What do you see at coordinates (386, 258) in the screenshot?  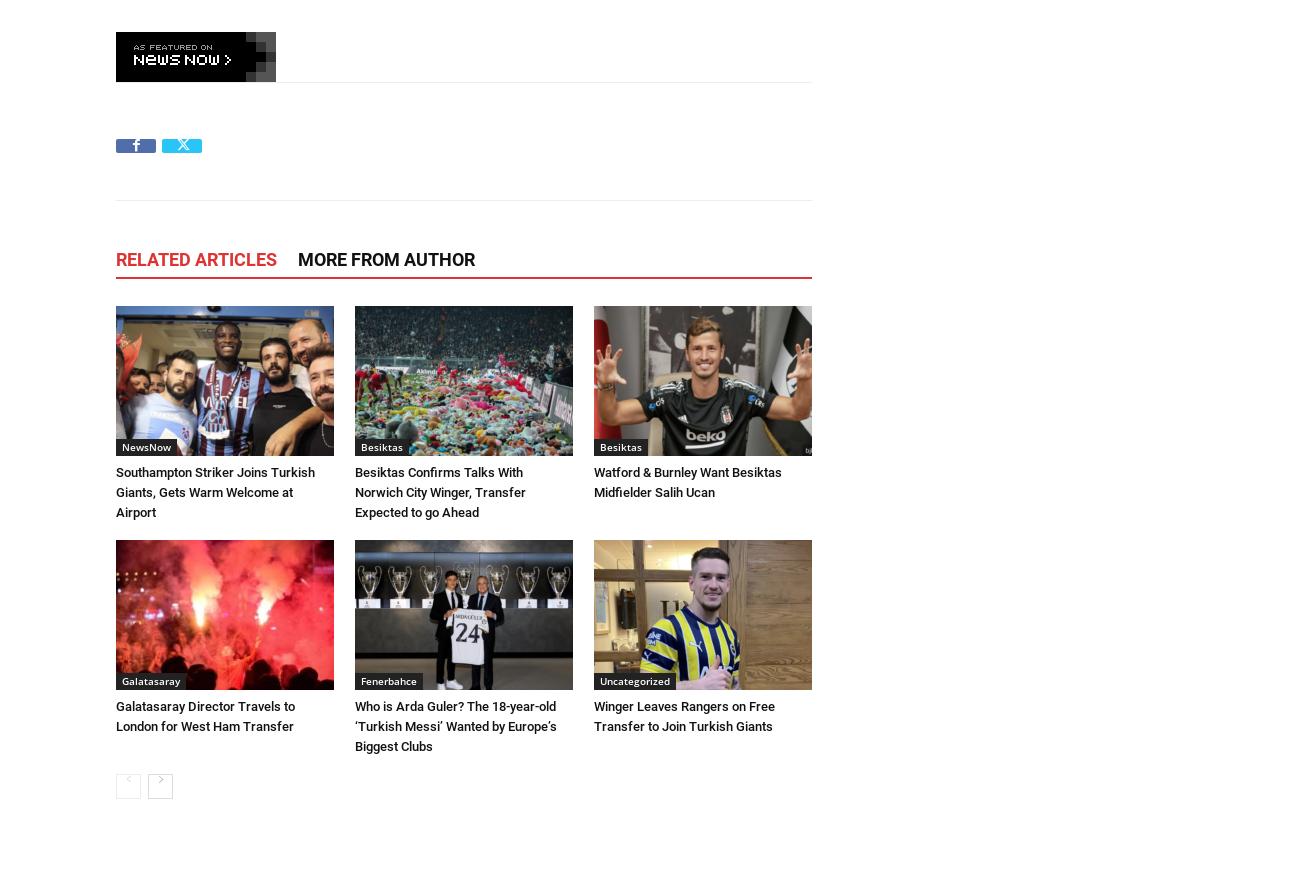 I see `'MORE FROM AUTHOR'` at bounding box center [386, 258].